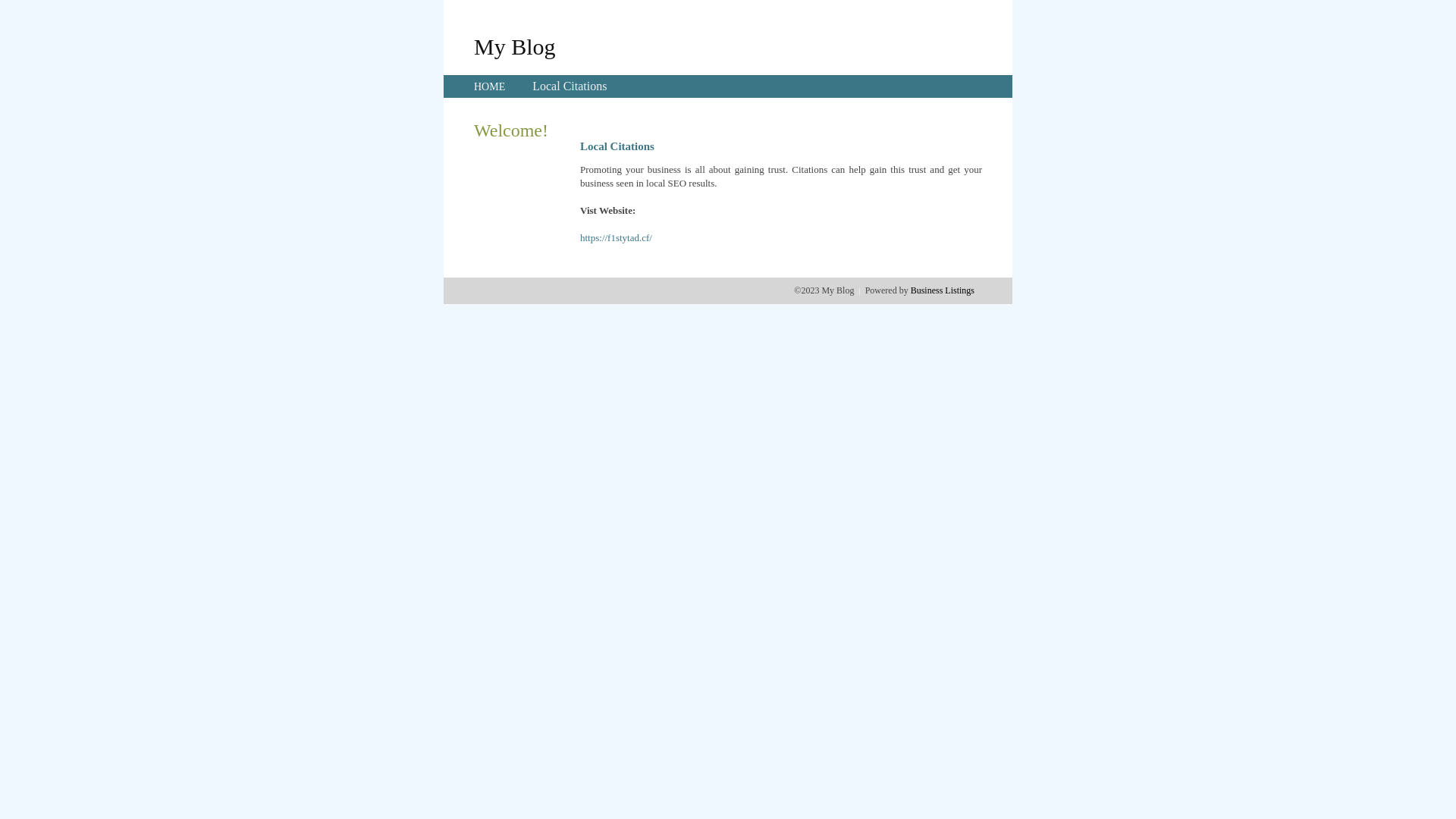 Image resolution: width=1456 pixels, height=819 pixels. I want to click on 'https://f1stytad.cf/', so click(579, 237).